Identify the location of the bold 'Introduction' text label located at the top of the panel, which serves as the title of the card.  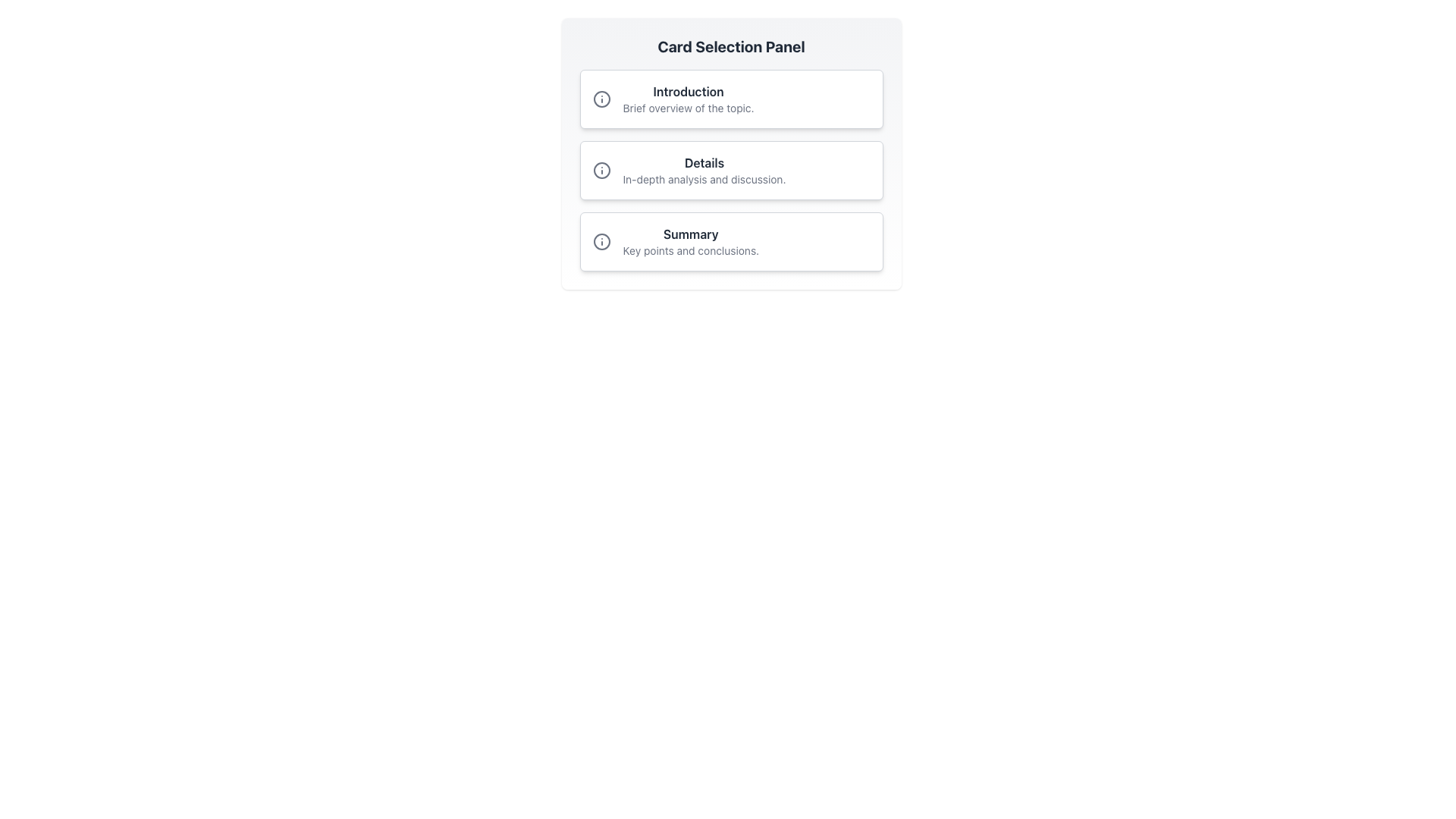
(687, 91).